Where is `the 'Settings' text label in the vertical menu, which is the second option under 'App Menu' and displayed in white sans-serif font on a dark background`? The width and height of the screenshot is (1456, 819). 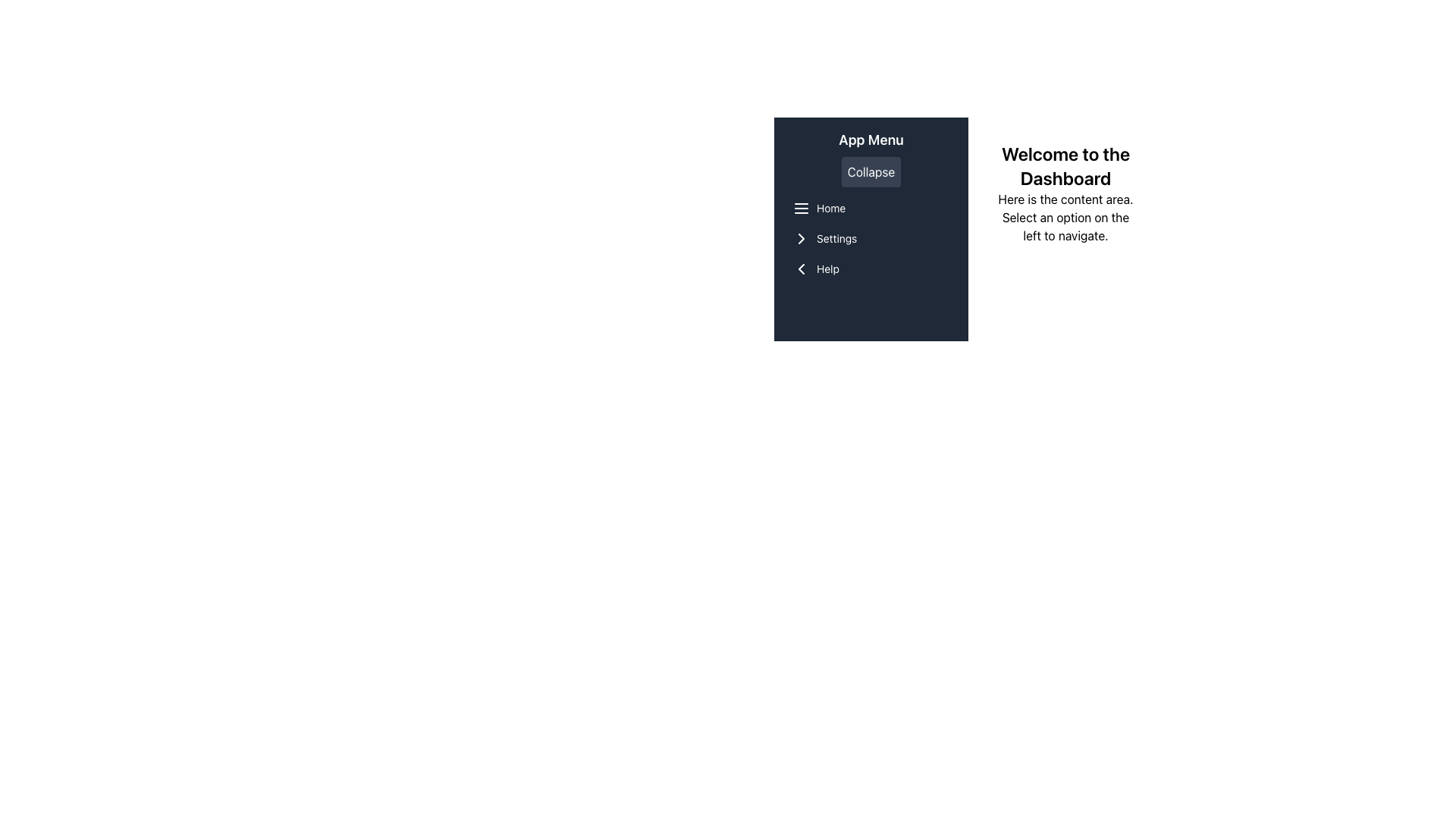
the 'Settings' text label in the vertical menu, which is the second option under 'App Menu' and displayed in white sans-serif font on a dark background is located at coordinates (836, 239).